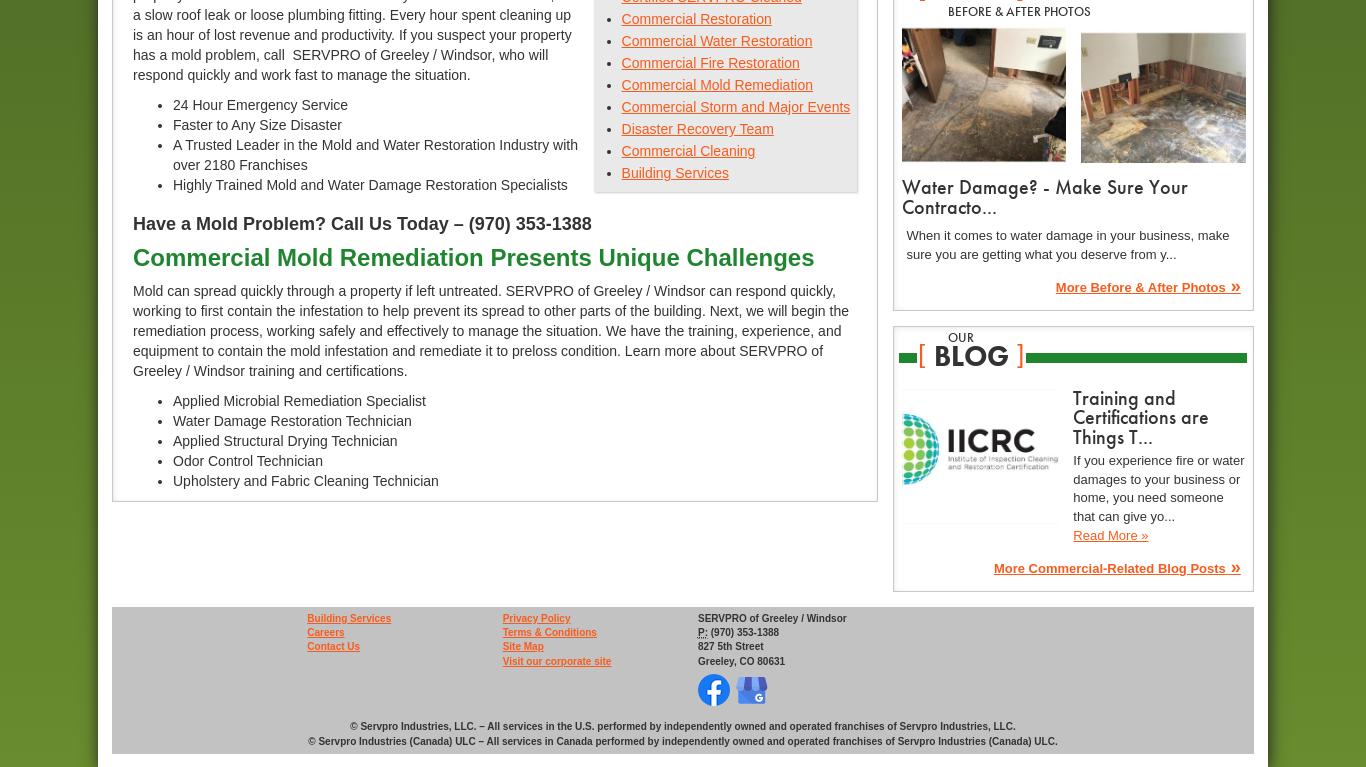  Describe the element at coordinates (333, 645) in the screenshot. I see `'Contact Us'` at that location.